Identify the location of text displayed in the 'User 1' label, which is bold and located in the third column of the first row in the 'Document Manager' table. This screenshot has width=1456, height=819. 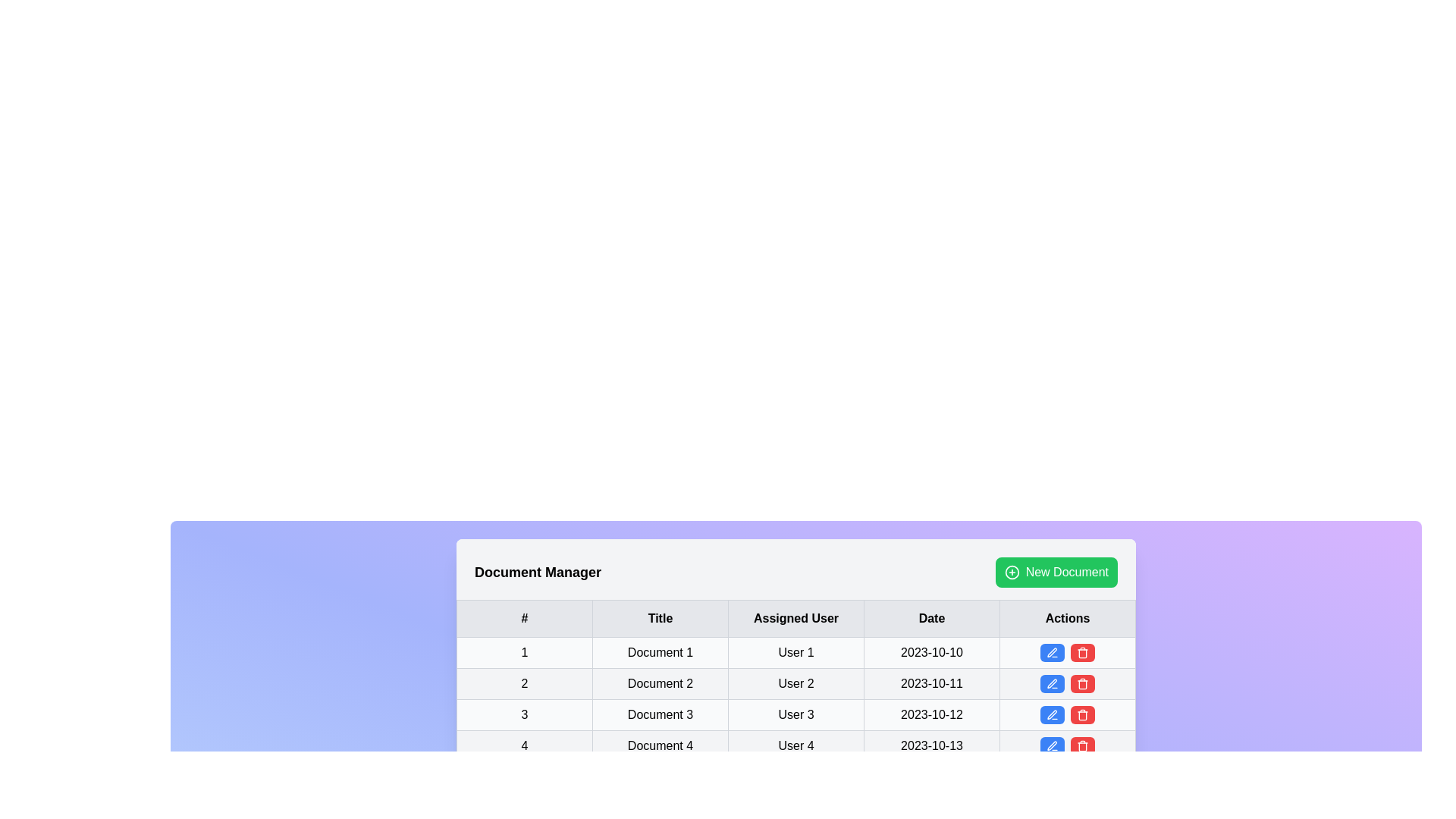
(795, 651).